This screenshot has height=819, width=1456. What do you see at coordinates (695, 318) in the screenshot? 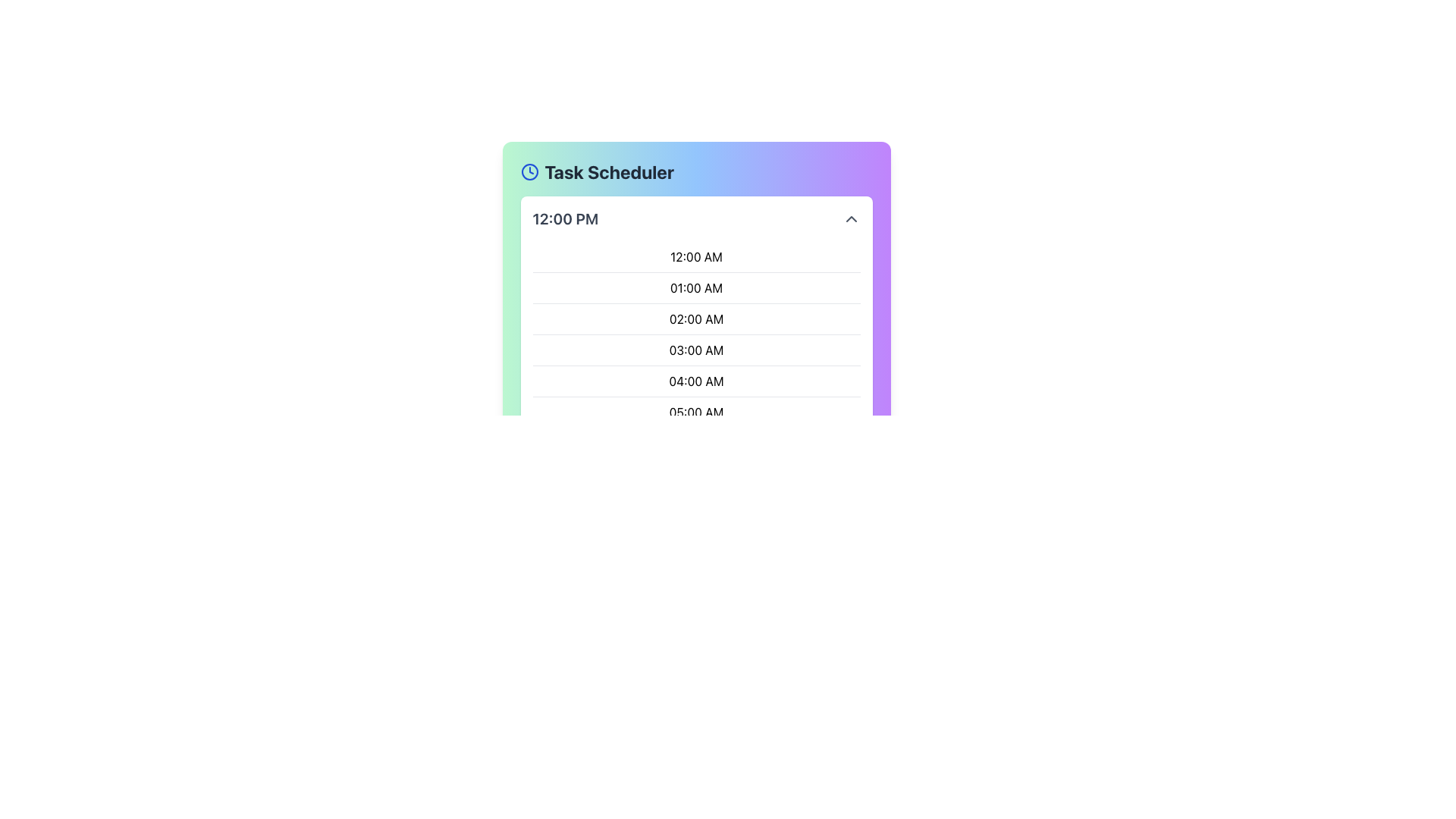
I see `the third entry in the list of selectable time slots, which is marked as non-interactive, located between '01:00 AM' and '03:00 AM'` at bounding box center [695, 318].